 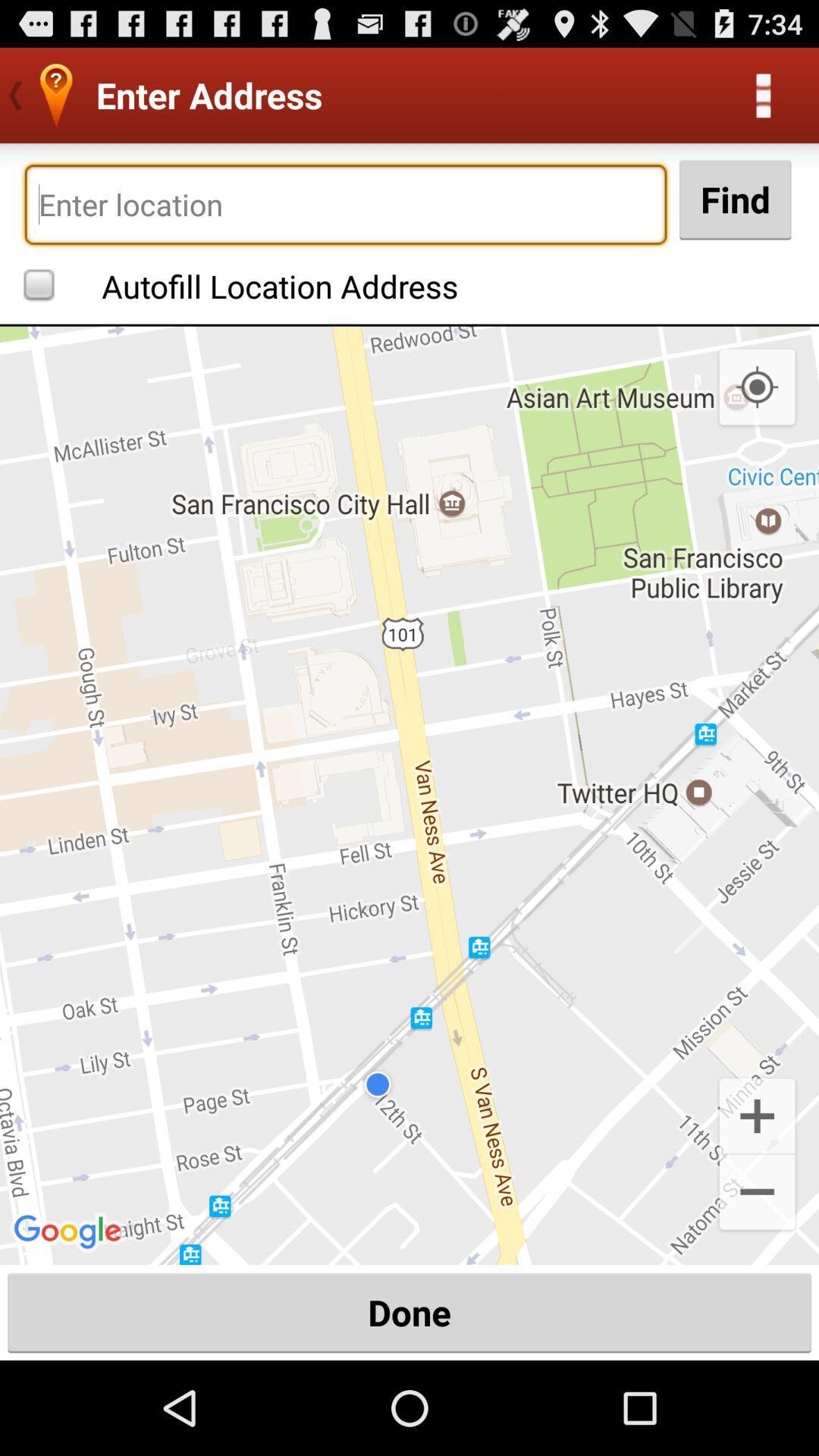 What do you see at coordinates (409, 795) in the screenshot?
I see `the item at the center` at bounding box center [409, 795].